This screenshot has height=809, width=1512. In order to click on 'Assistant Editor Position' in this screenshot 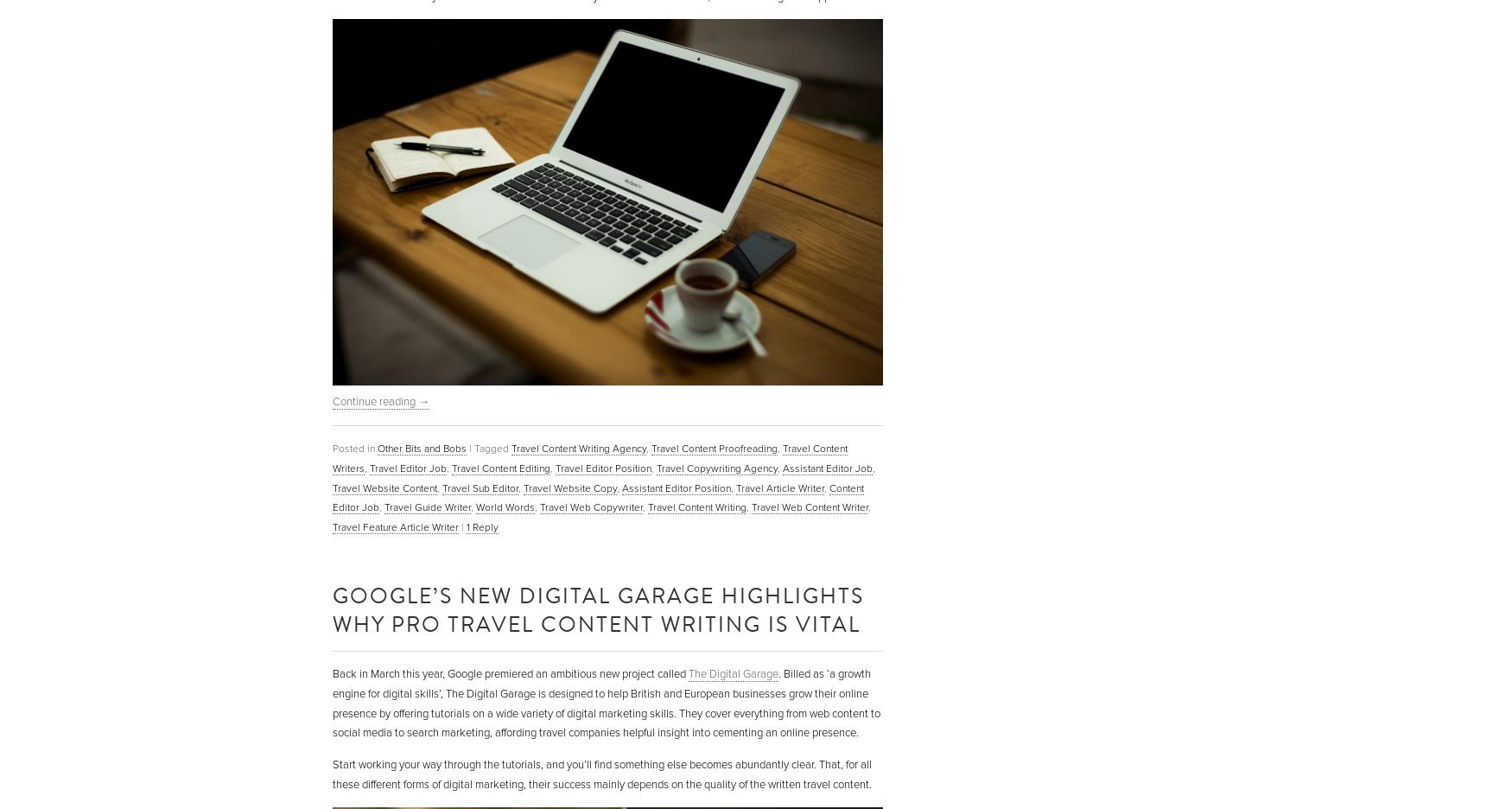, I will do `click(675, 487)`.